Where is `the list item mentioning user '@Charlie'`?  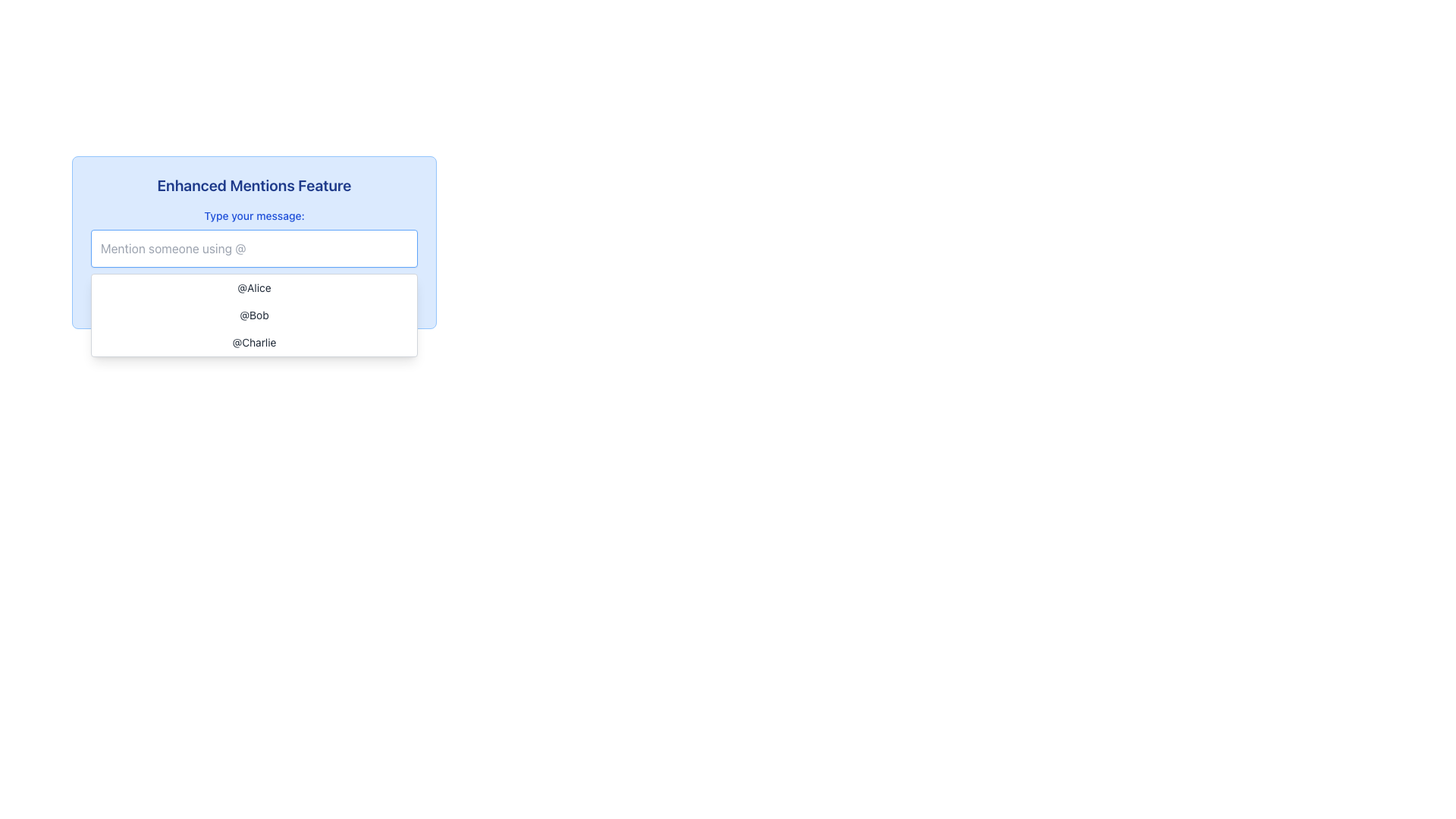 the list item mentioning user '@Charlie' is located at coordinates (254, 342).